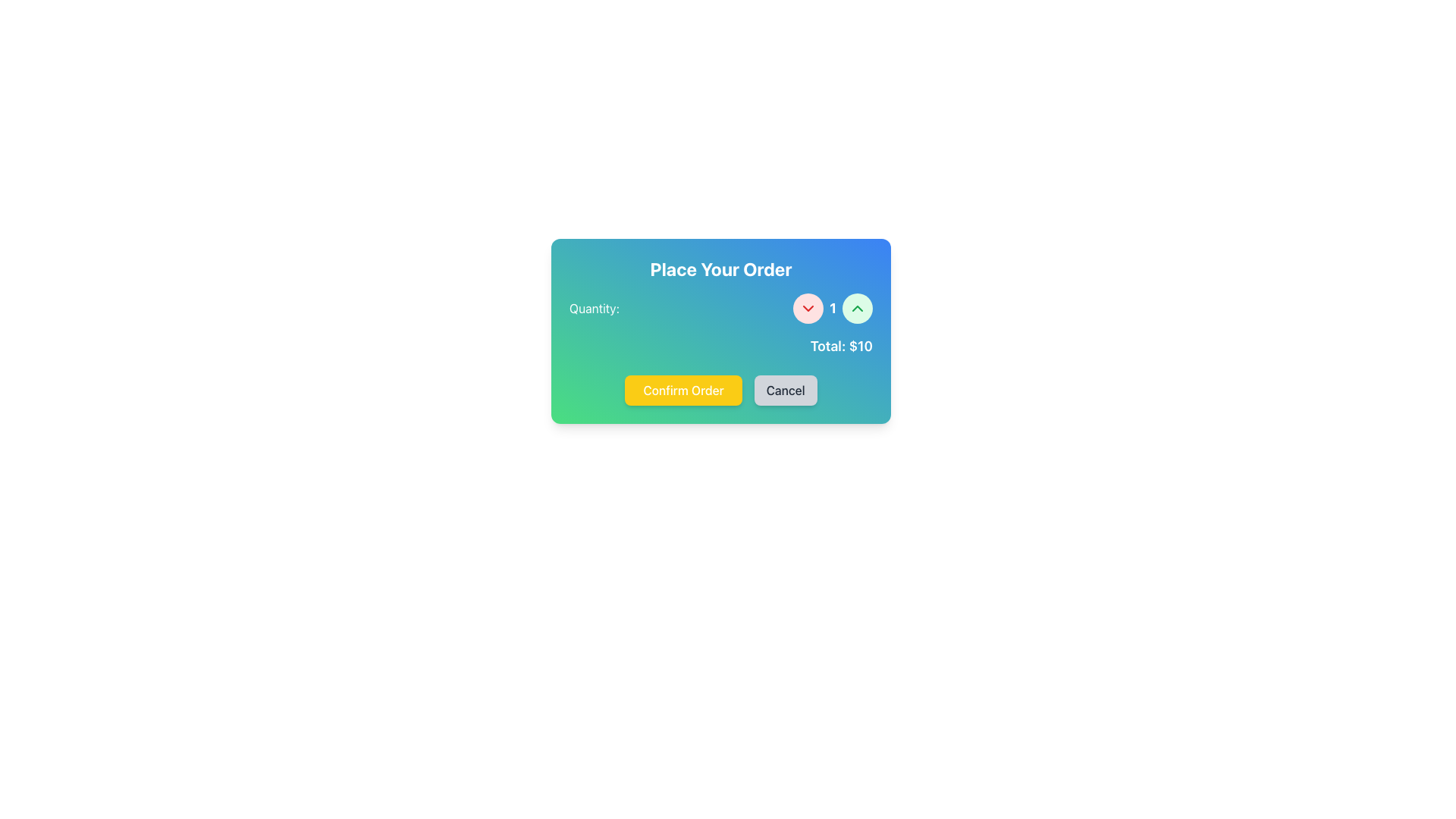  Describe the element at coordinates (832, 308) in the screenshot. I see `the static text displaying the current quantity value, located under 'Place Your Order', to the right of 'Quantity:' and between two round buttons with arrow icons` at that location.